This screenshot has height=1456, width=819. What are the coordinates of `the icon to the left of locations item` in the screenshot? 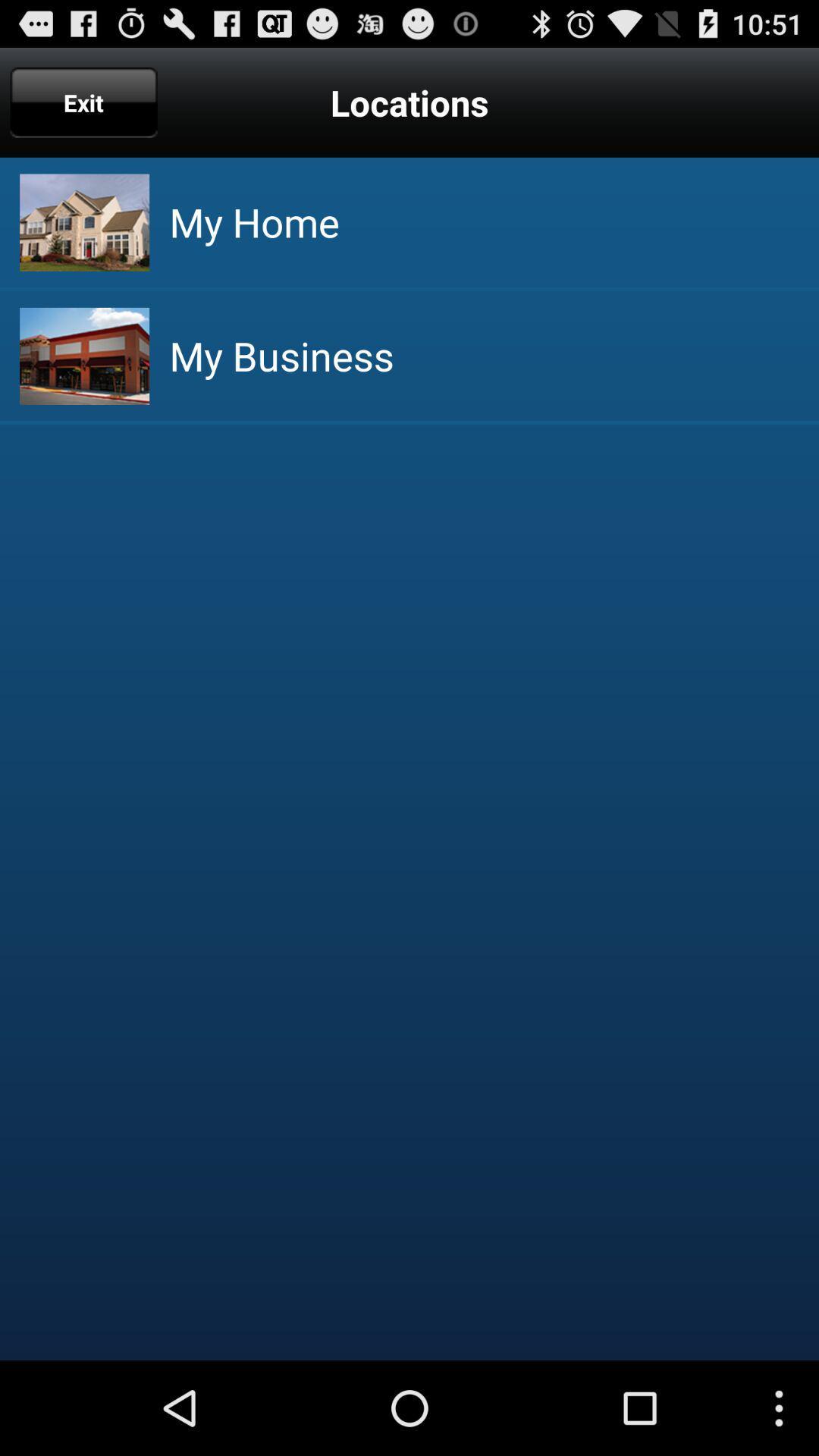 It's located at (83, 102).